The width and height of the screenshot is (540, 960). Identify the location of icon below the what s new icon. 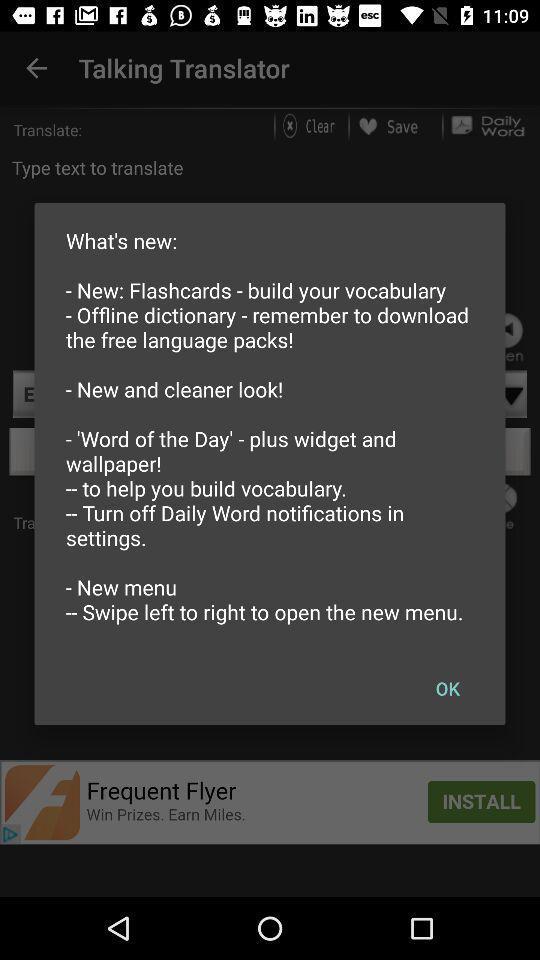
(447, 688).